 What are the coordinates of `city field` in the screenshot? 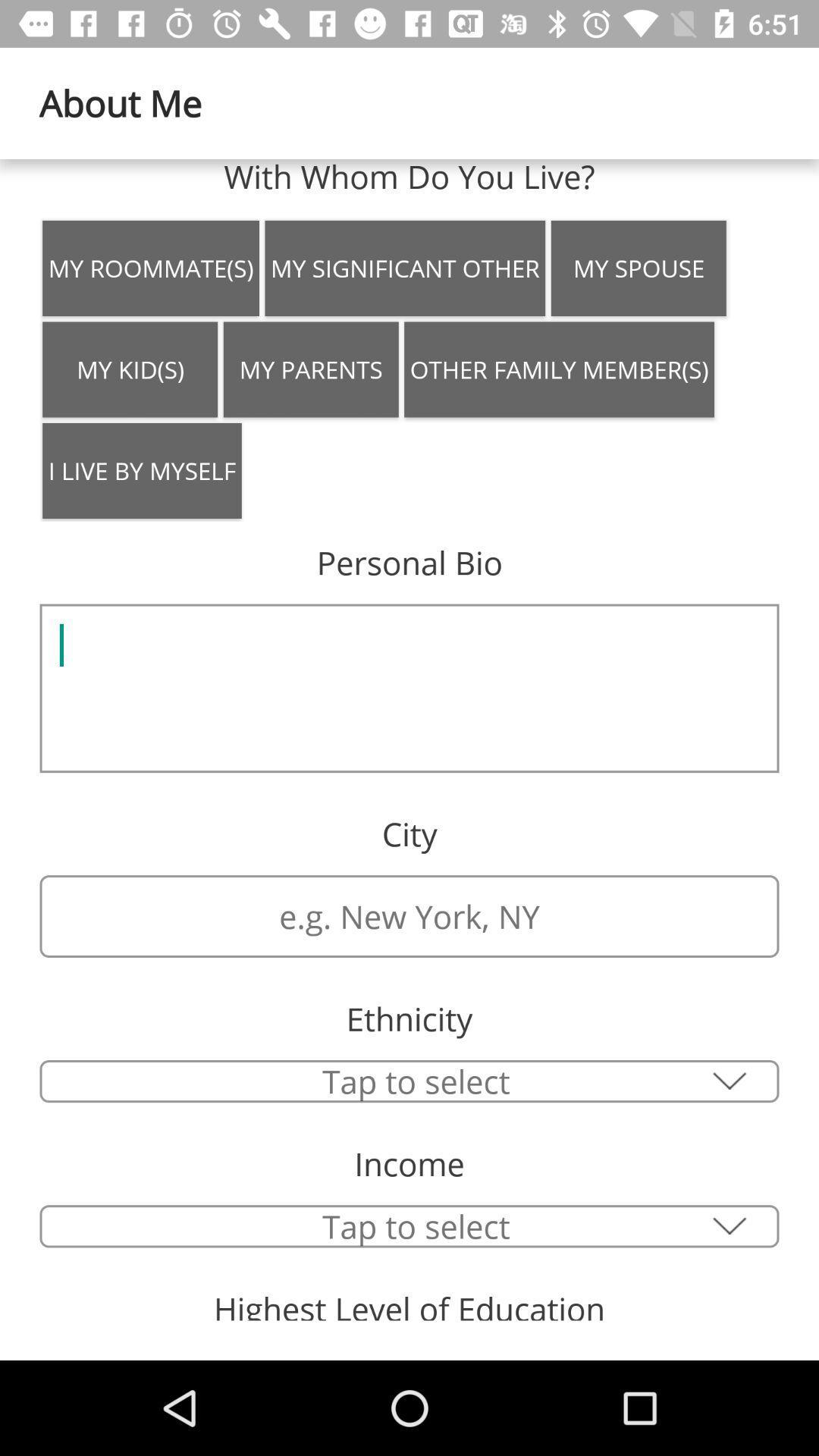 It's located at (409, 915).